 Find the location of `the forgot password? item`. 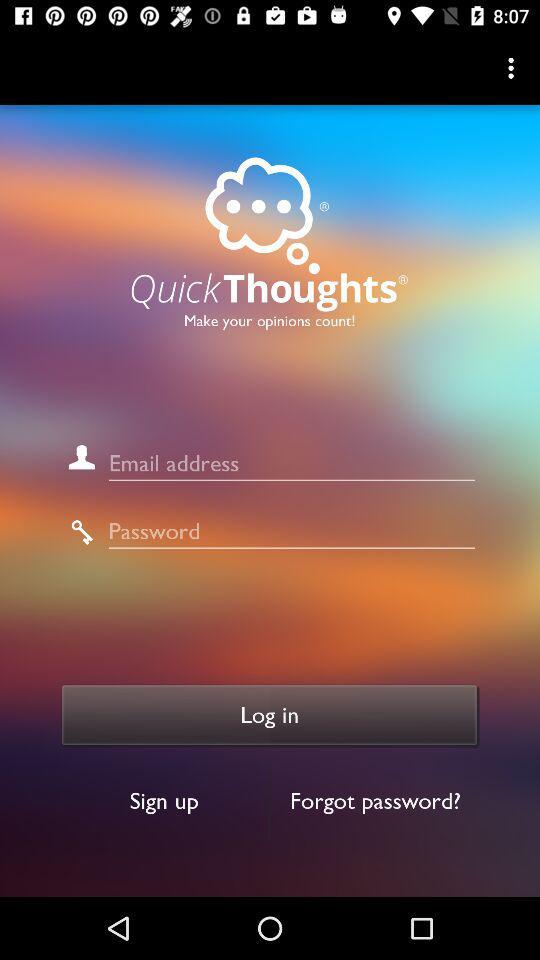

the forgot password? item is located at coordinates (375, 801).